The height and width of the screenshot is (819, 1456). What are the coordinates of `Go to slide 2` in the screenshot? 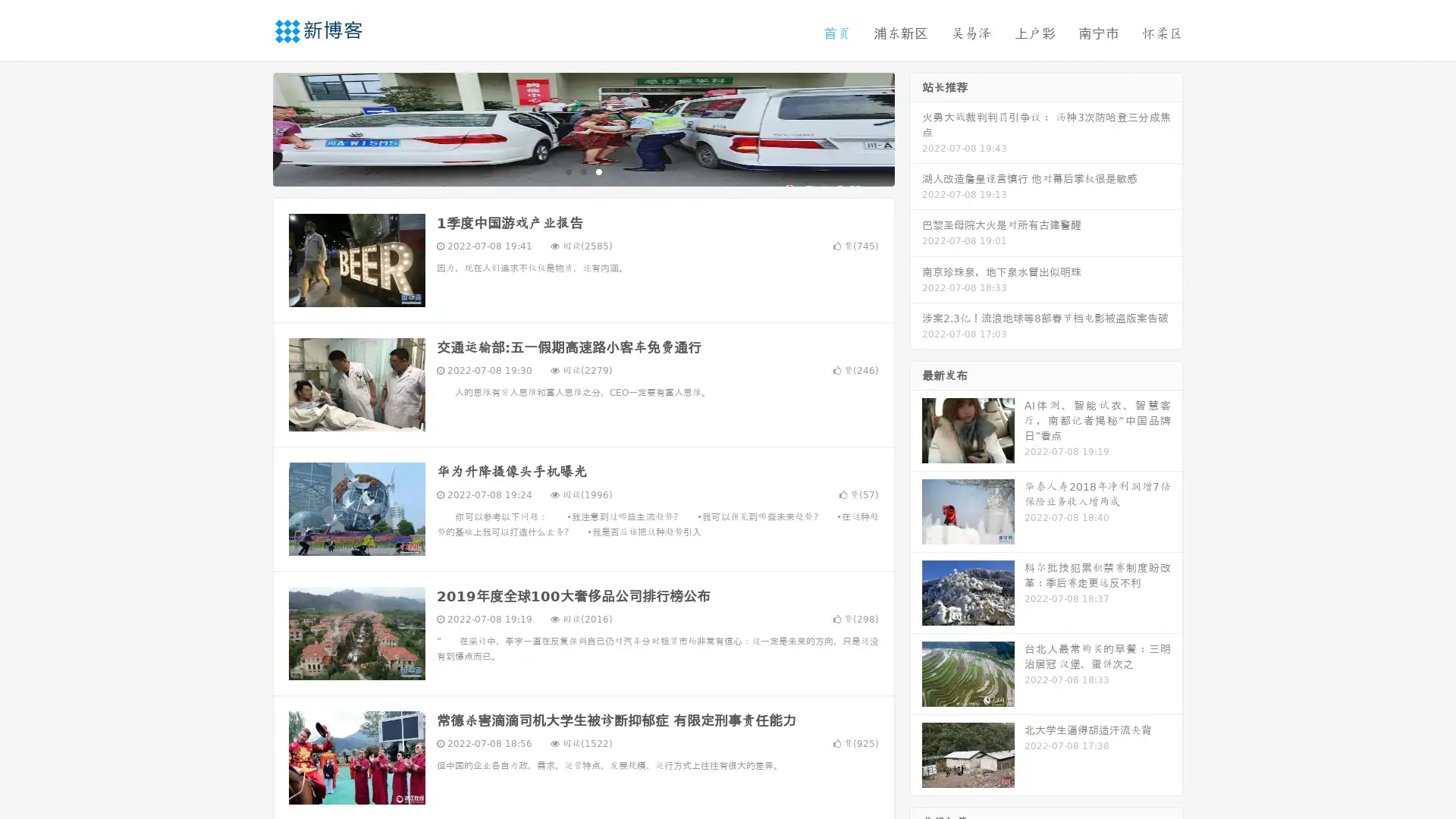 It's located at (582, 171).